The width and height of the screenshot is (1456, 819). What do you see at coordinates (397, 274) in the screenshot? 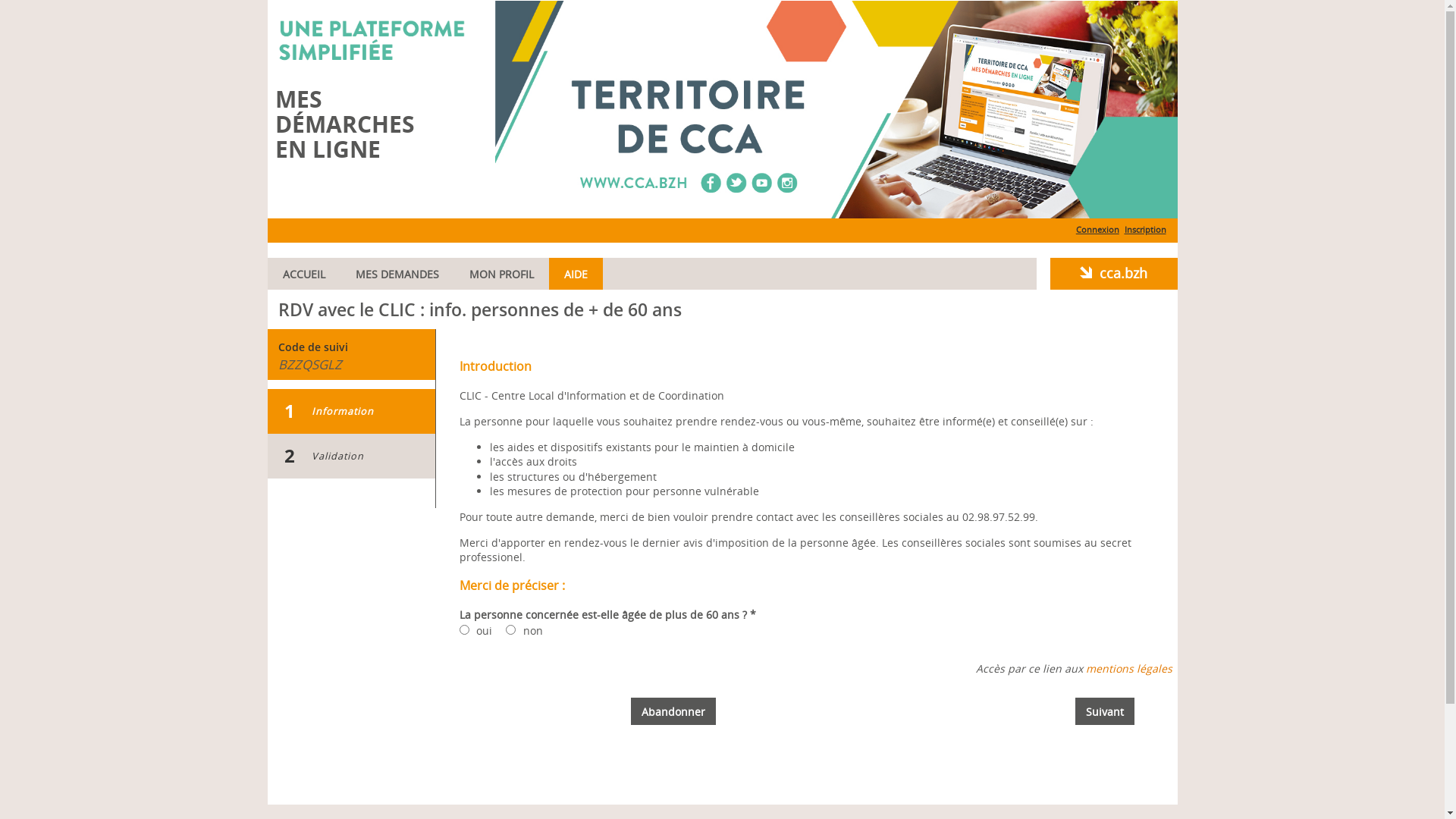
I see `'MES DEMANDES'` at bounding box center [397, 274].